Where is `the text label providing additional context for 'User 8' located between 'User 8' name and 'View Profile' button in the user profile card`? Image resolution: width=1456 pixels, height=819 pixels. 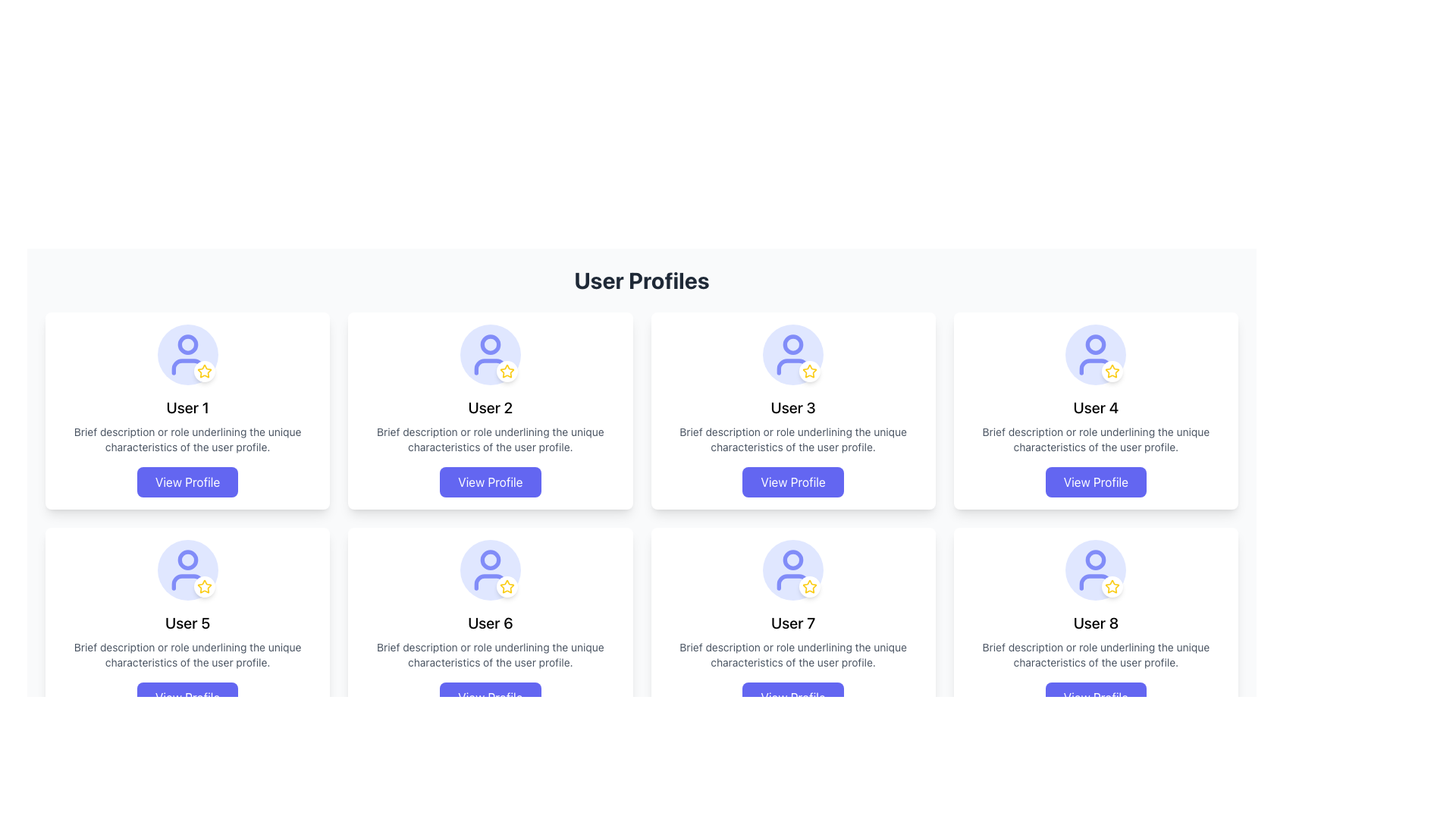
the text label providing additional context for 'User 8' located between 'User 8' name and 'View Profile' button in the user profile card is located at coordinates (1096, 654).